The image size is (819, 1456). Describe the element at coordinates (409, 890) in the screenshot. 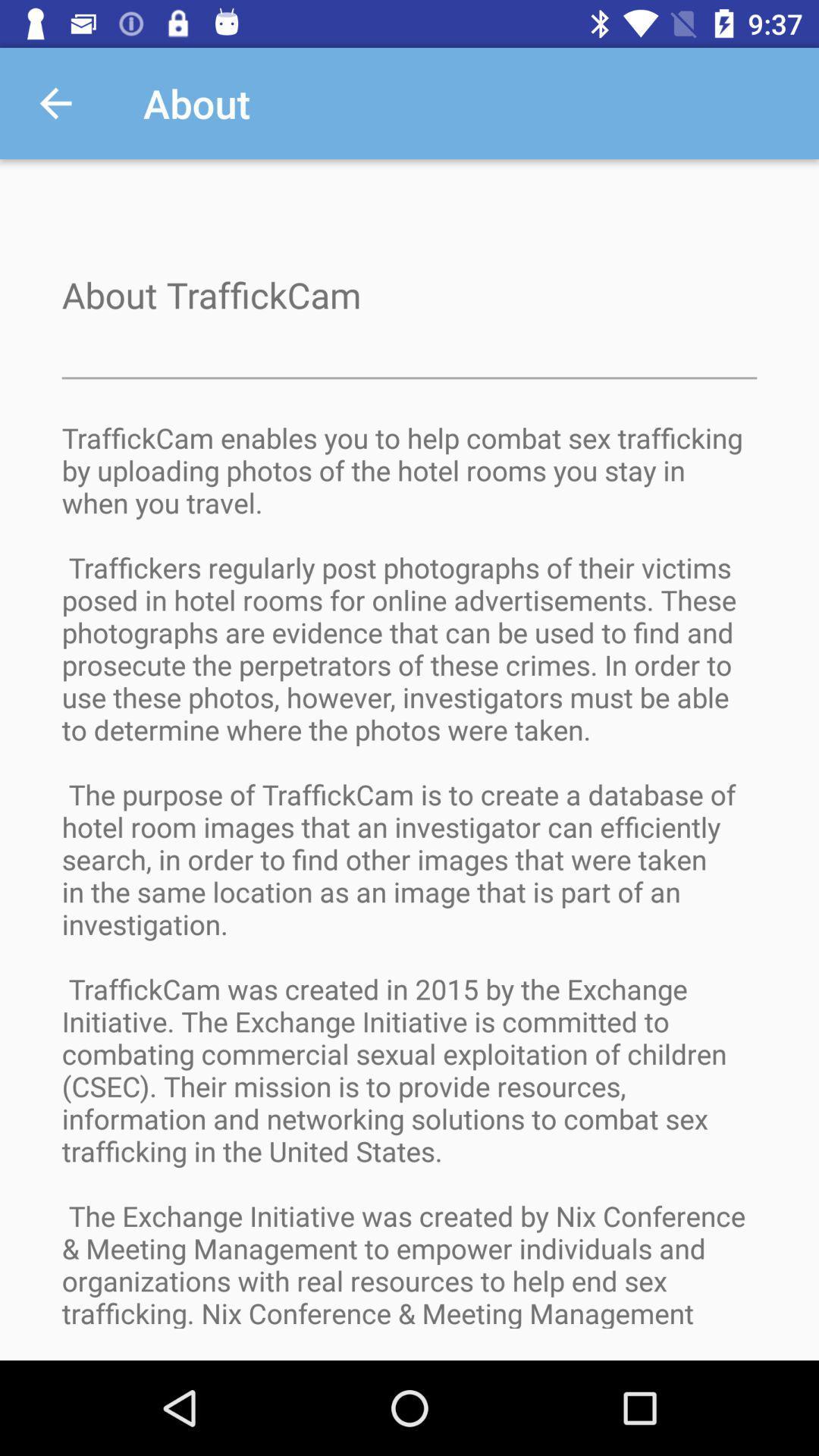

I see `traffickcam enables you` at that location.